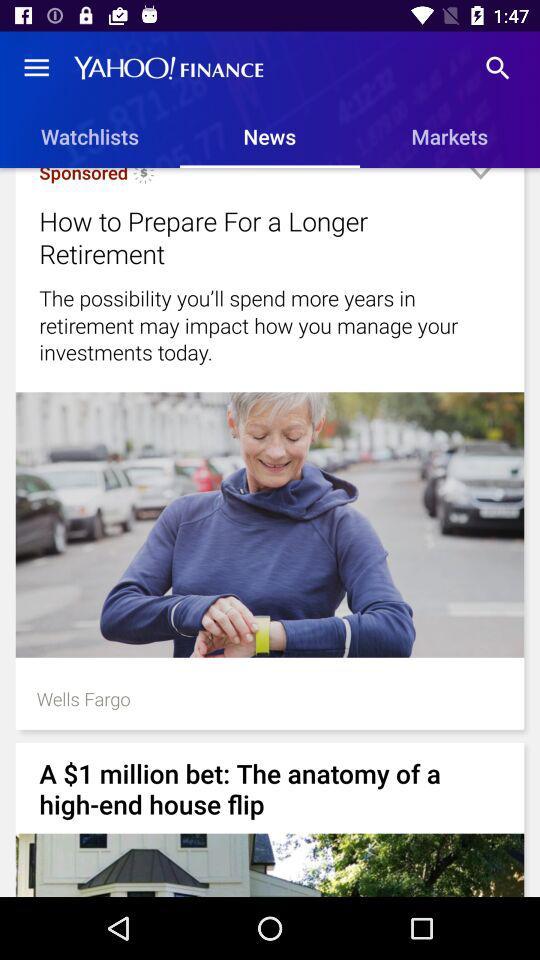  Describe the element at coordinates (479, 181) in the screenshot. I see `the item` at that location.